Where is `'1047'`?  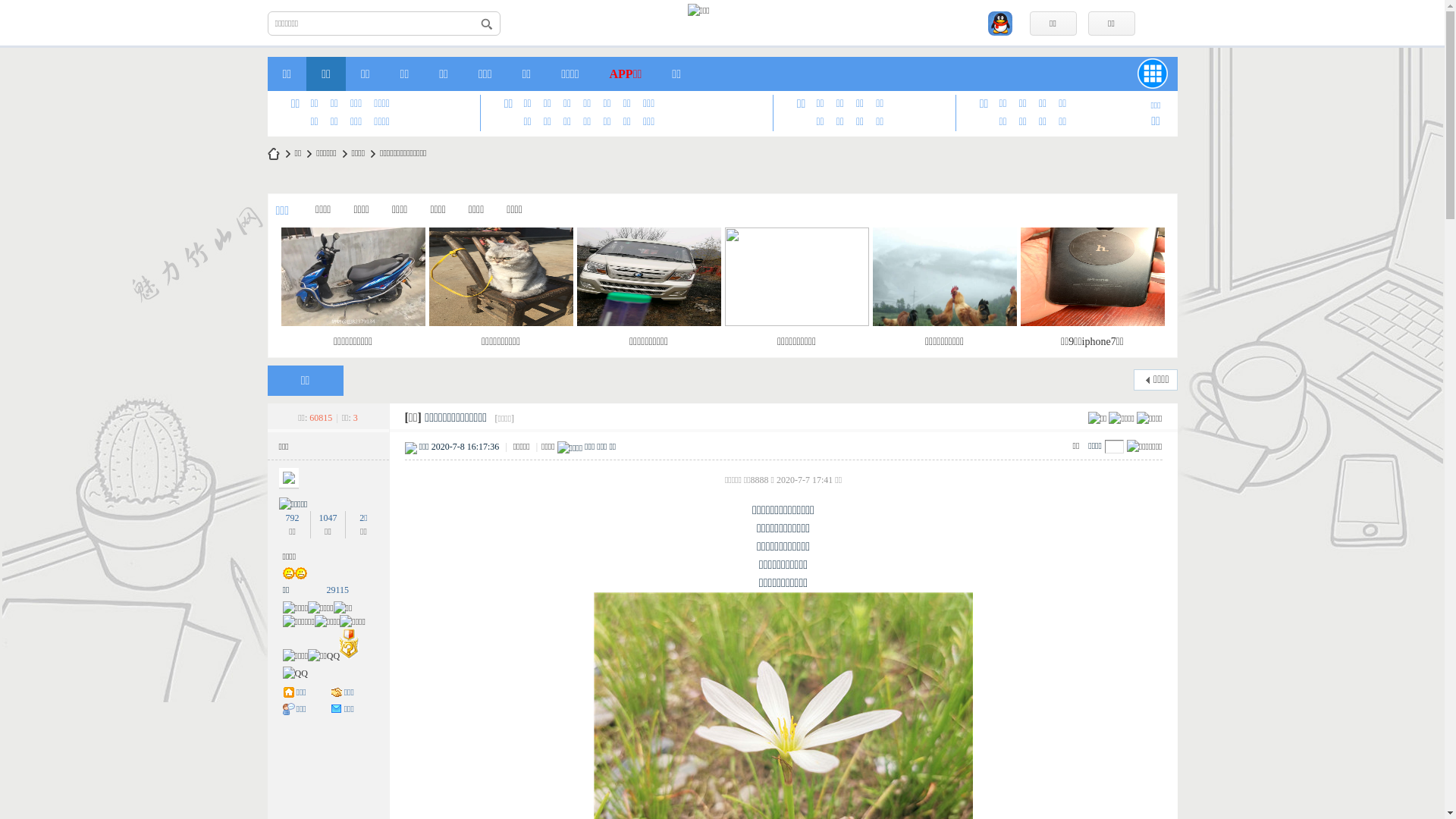 '1047' is located at coordinates (327, 516).